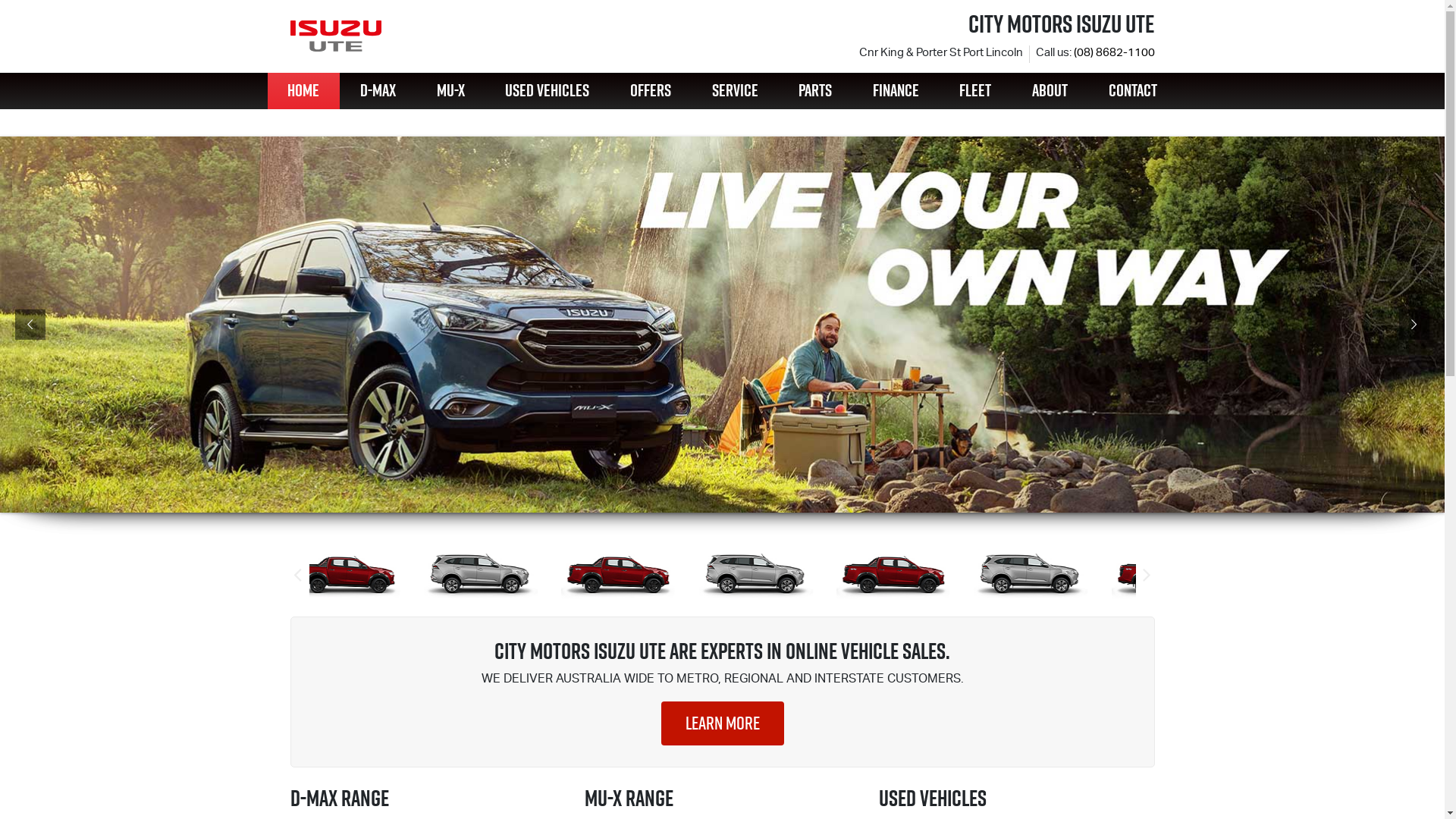 The height and width of the screenshot is (819, 1456). What do you see at coordinates (975, 90) in the screenshot?
I see `'FLEET'` at bounding box center [975, 90].